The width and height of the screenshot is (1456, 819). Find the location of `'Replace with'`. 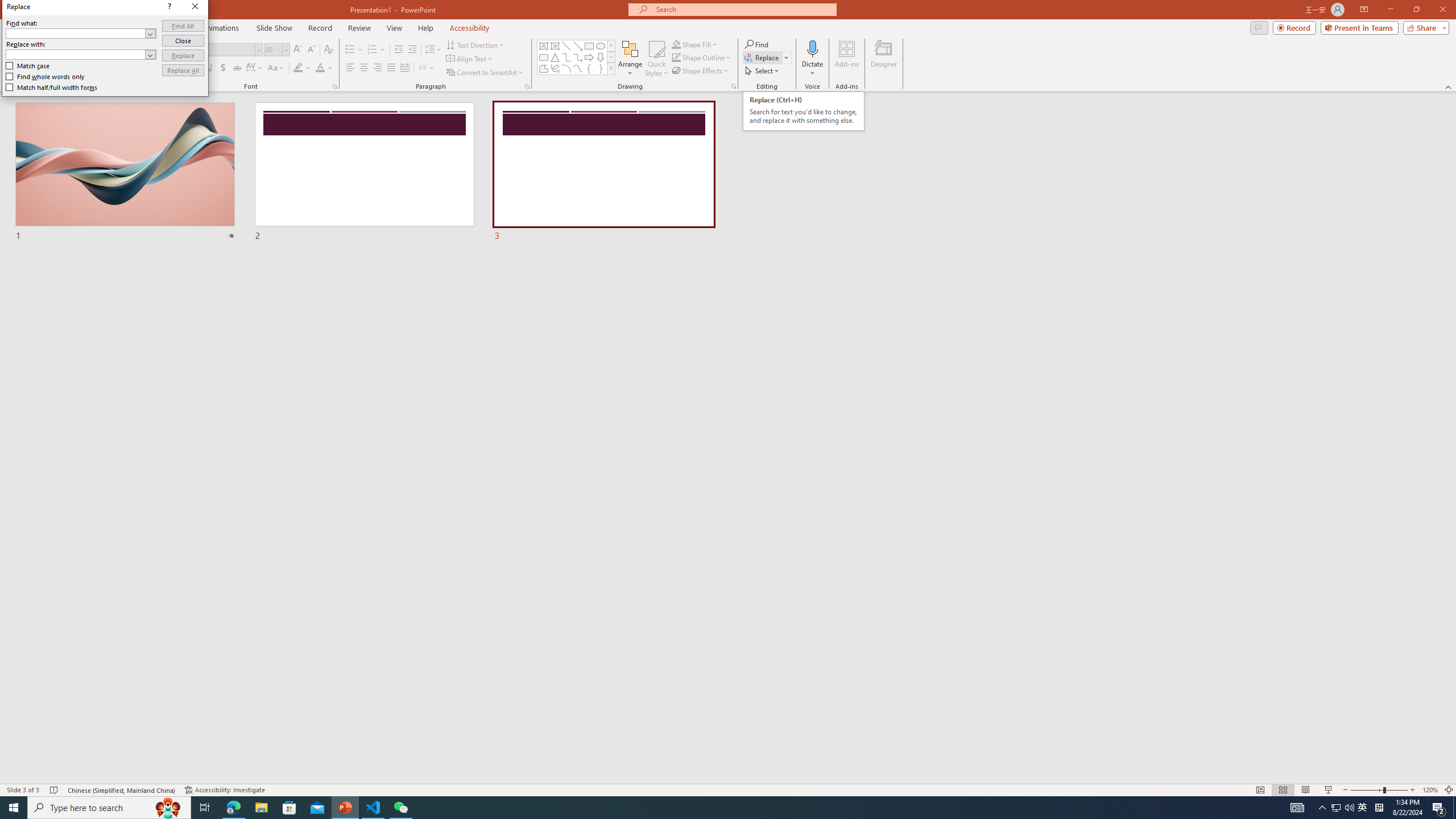

'Replace with' is located at coordinates (81, 54).